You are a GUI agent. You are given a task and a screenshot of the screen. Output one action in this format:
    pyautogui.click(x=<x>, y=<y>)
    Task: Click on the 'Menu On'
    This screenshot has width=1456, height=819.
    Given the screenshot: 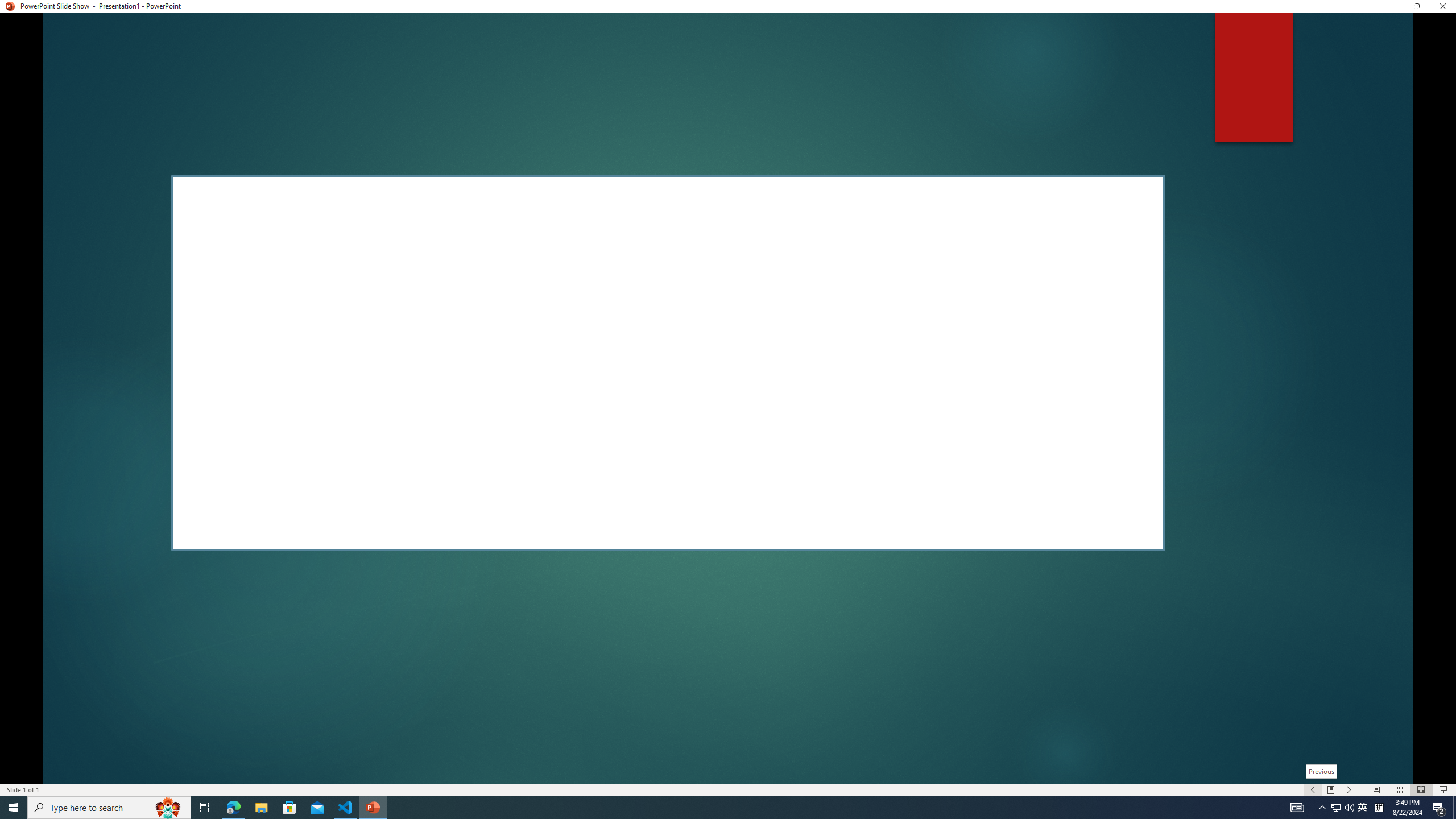 What is the action you would take?
    pyautogui.click(x=1331, y=790)
    